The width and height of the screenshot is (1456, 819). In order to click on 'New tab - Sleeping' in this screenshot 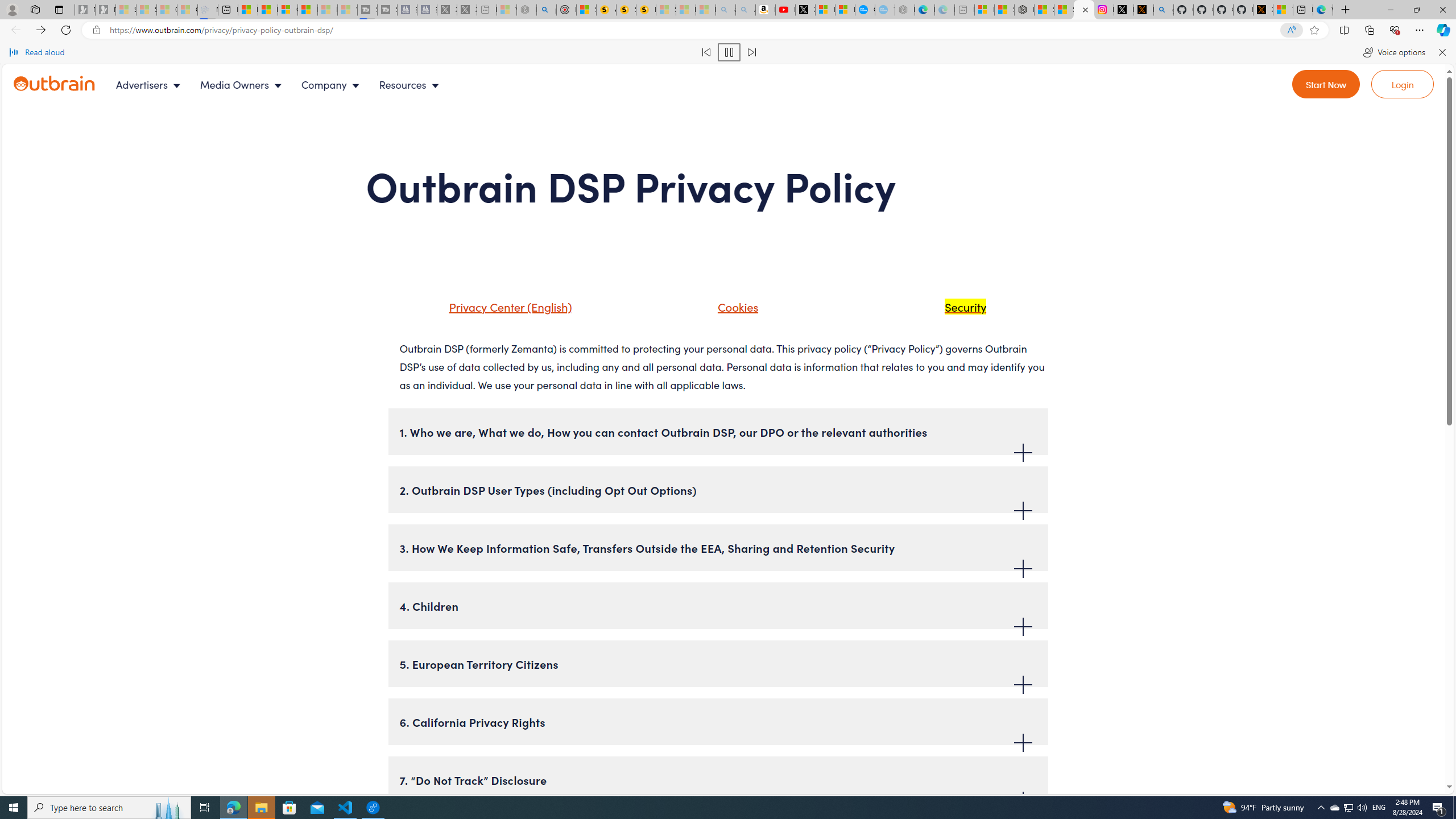, I will do `click(964, 9)`.